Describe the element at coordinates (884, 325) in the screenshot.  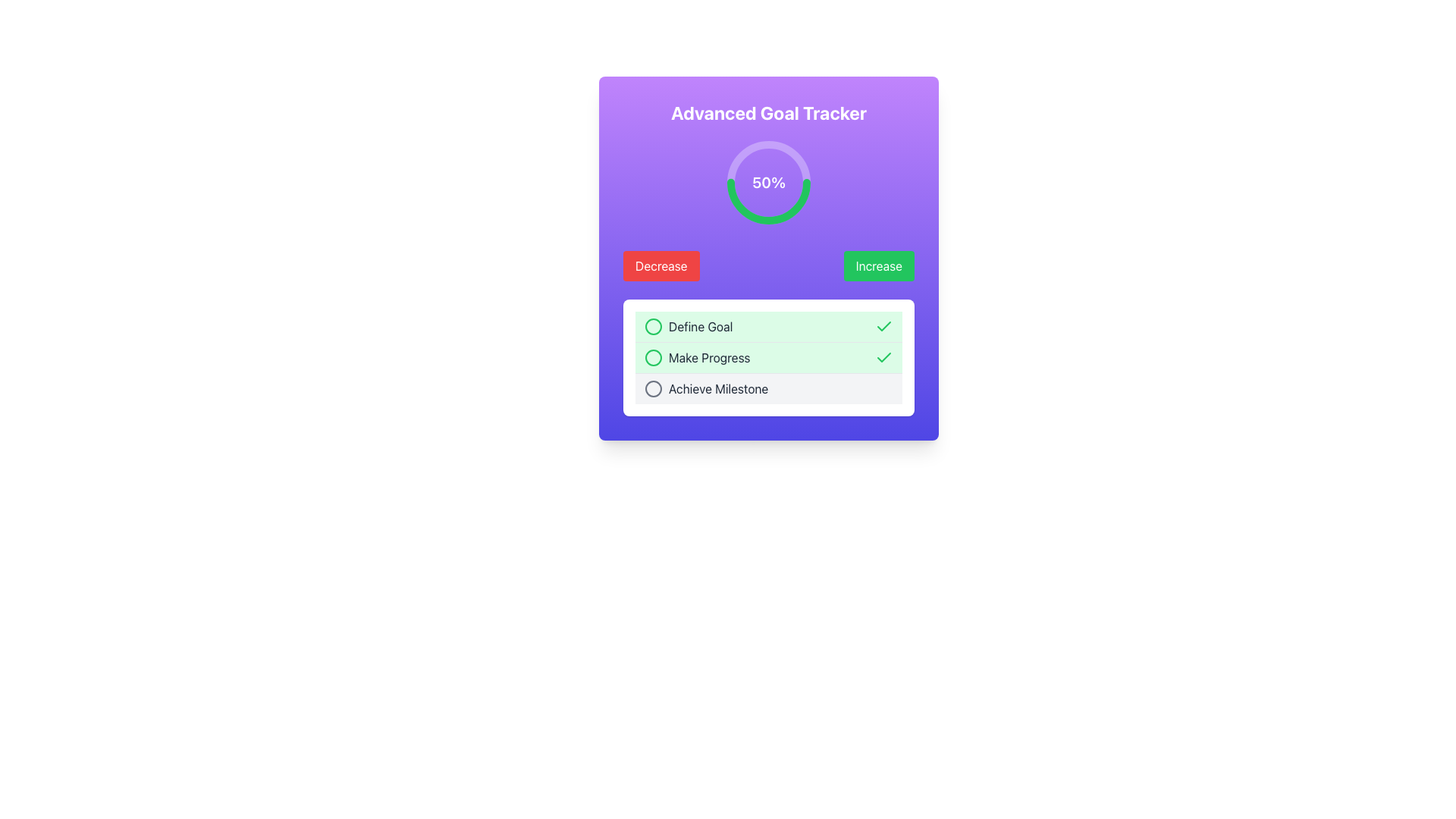
I see `the green check mark icon located to the right of the 'Make Progress' text, which is associated with the second item in the list` at that location.